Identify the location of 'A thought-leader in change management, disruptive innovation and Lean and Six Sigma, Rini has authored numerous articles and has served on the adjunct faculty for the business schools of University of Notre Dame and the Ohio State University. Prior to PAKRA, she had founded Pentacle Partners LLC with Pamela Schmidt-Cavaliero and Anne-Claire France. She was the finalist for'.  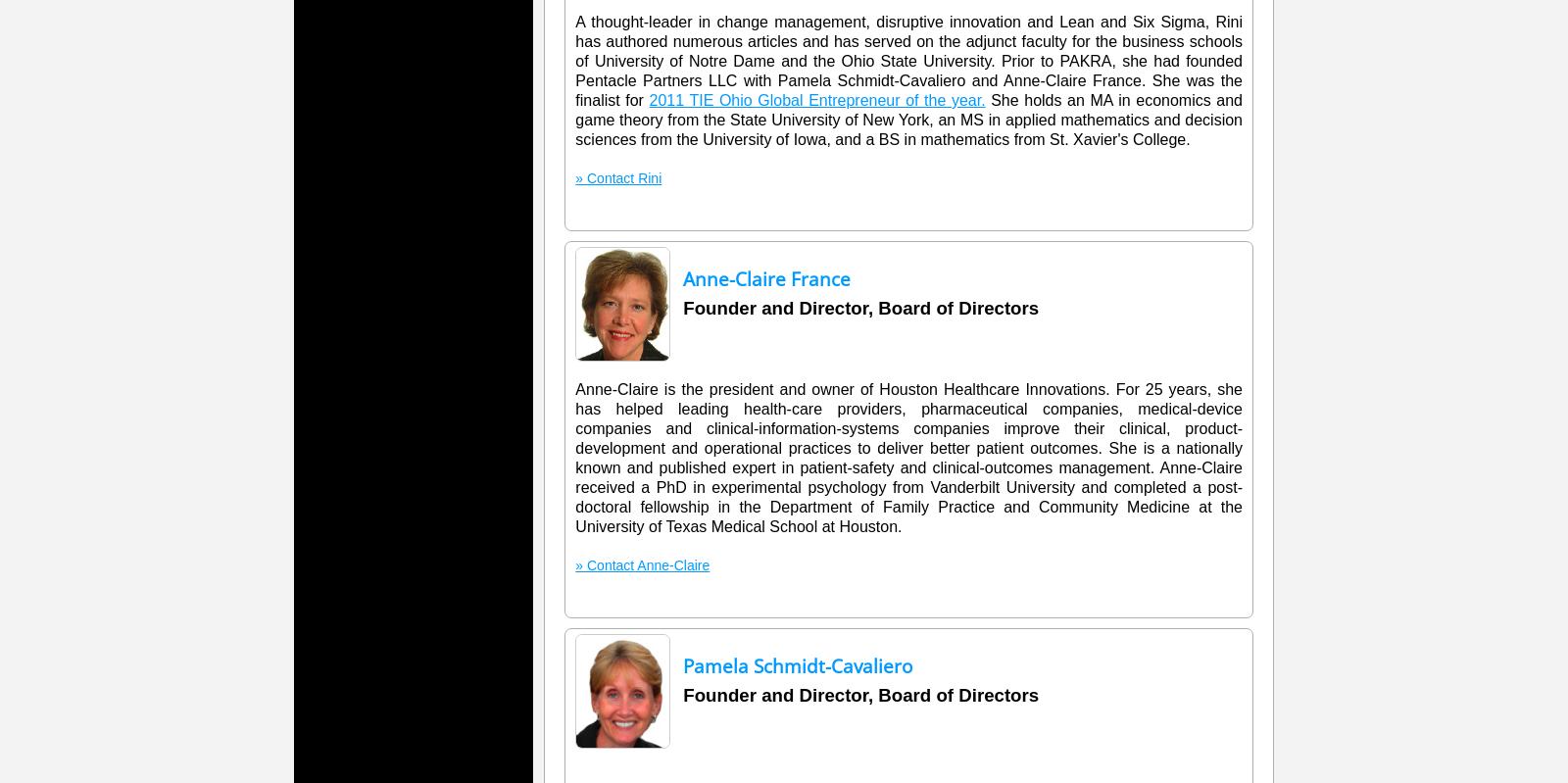
(574, 61).